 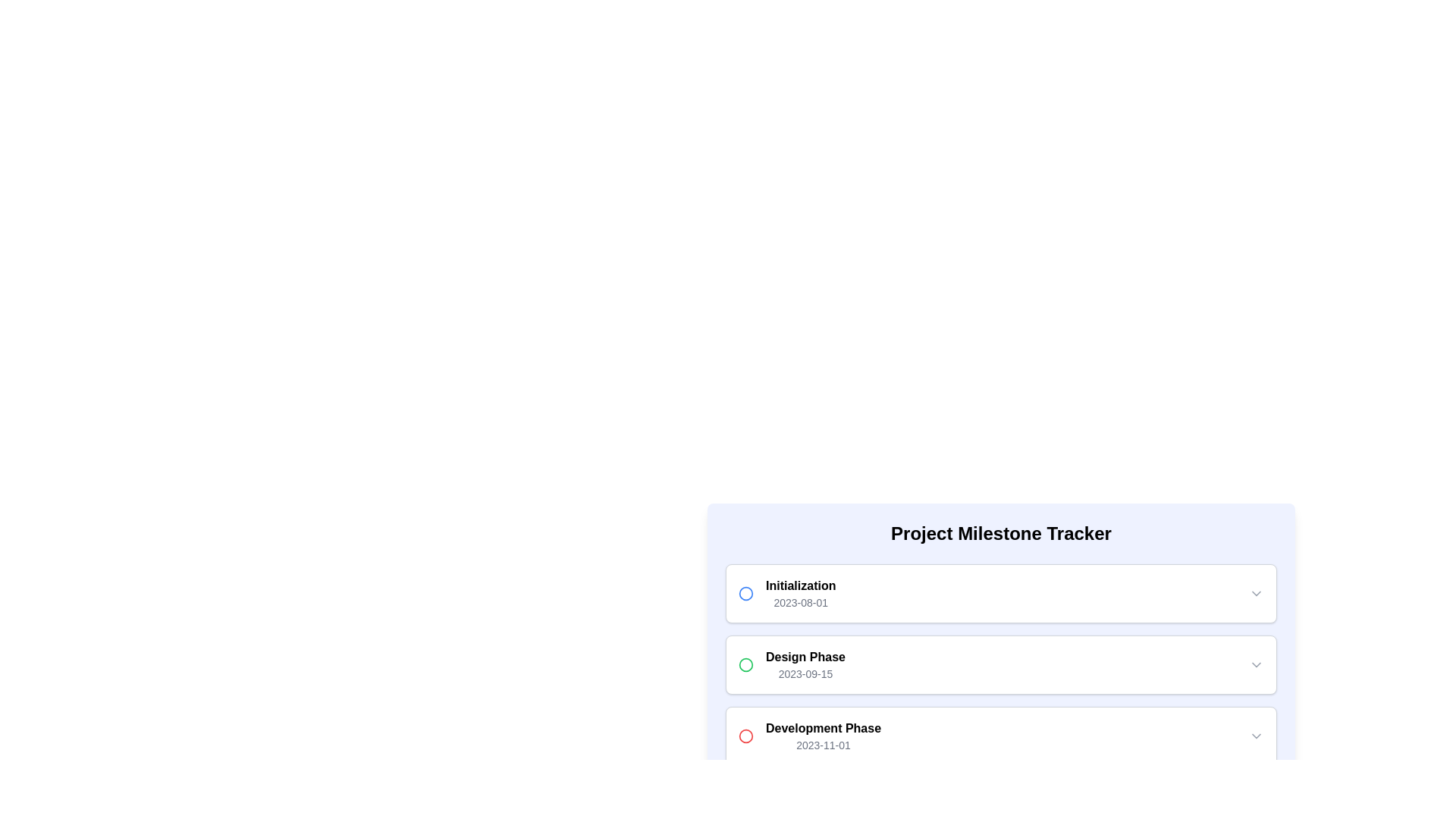 What do you see at coordinates (805, 657) in the screenshot?
I see `or read the content of the Text label that serves as the title of the milestone, located in the second block of the project milestone tracker, between the 'Initialization' and 'Development Phase' blocks` at bounding box center [805, 657].